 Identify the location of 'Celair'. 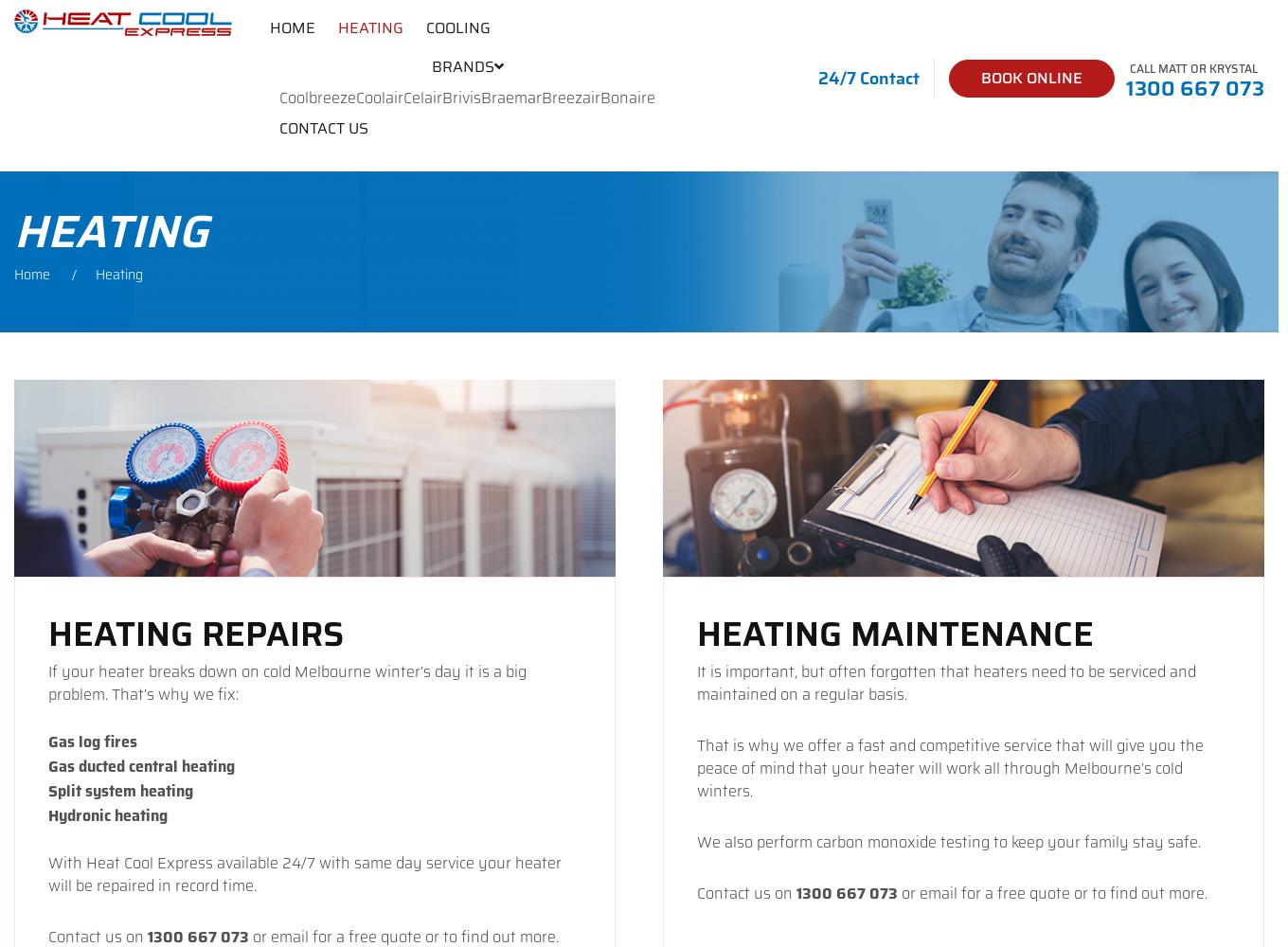
(421, 97).